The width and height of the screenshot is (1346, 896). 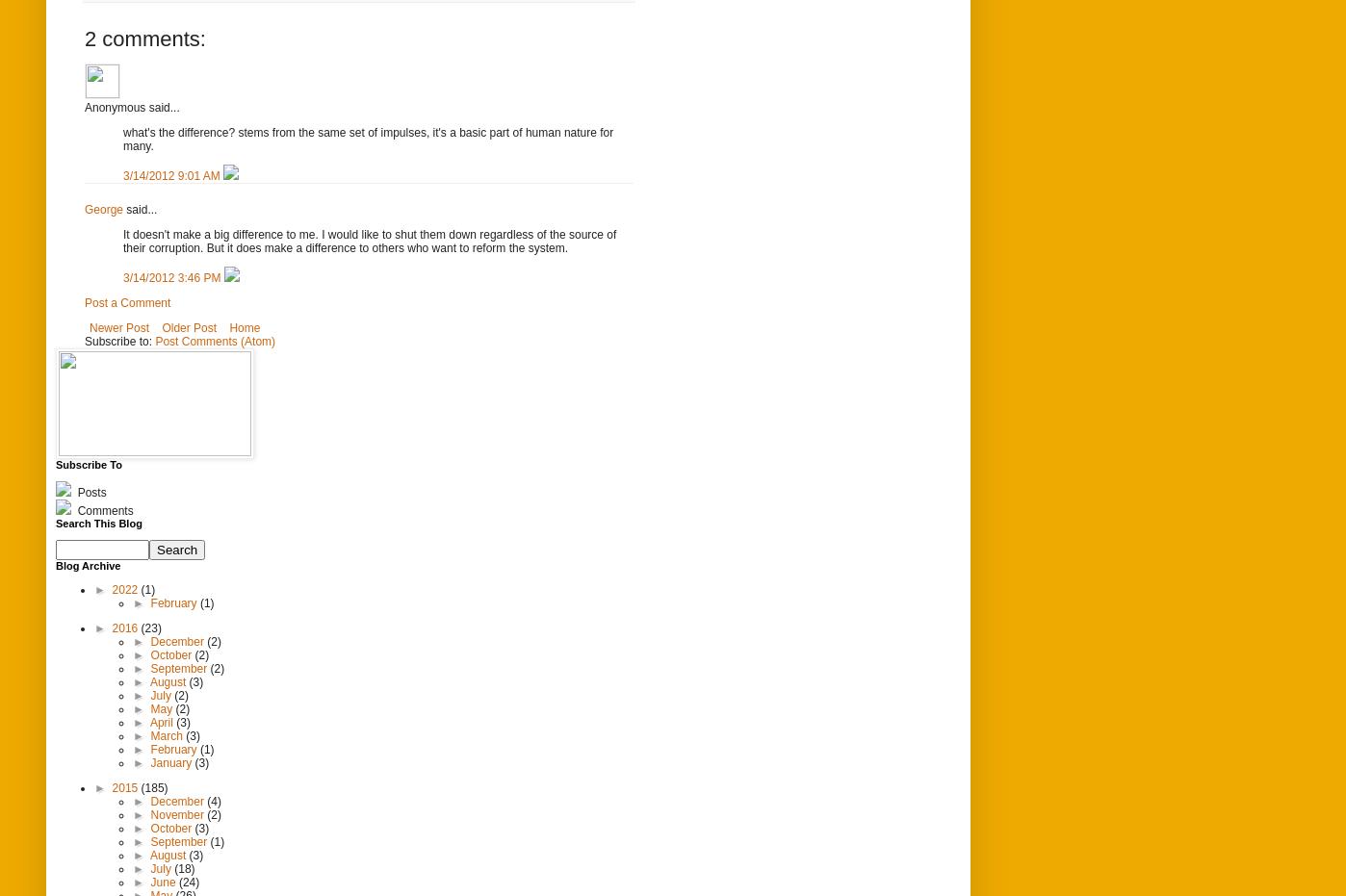 What do you see at coordinates (164, 882) in the screenshot?
I see `'June'` at bounding box center [164, 882].